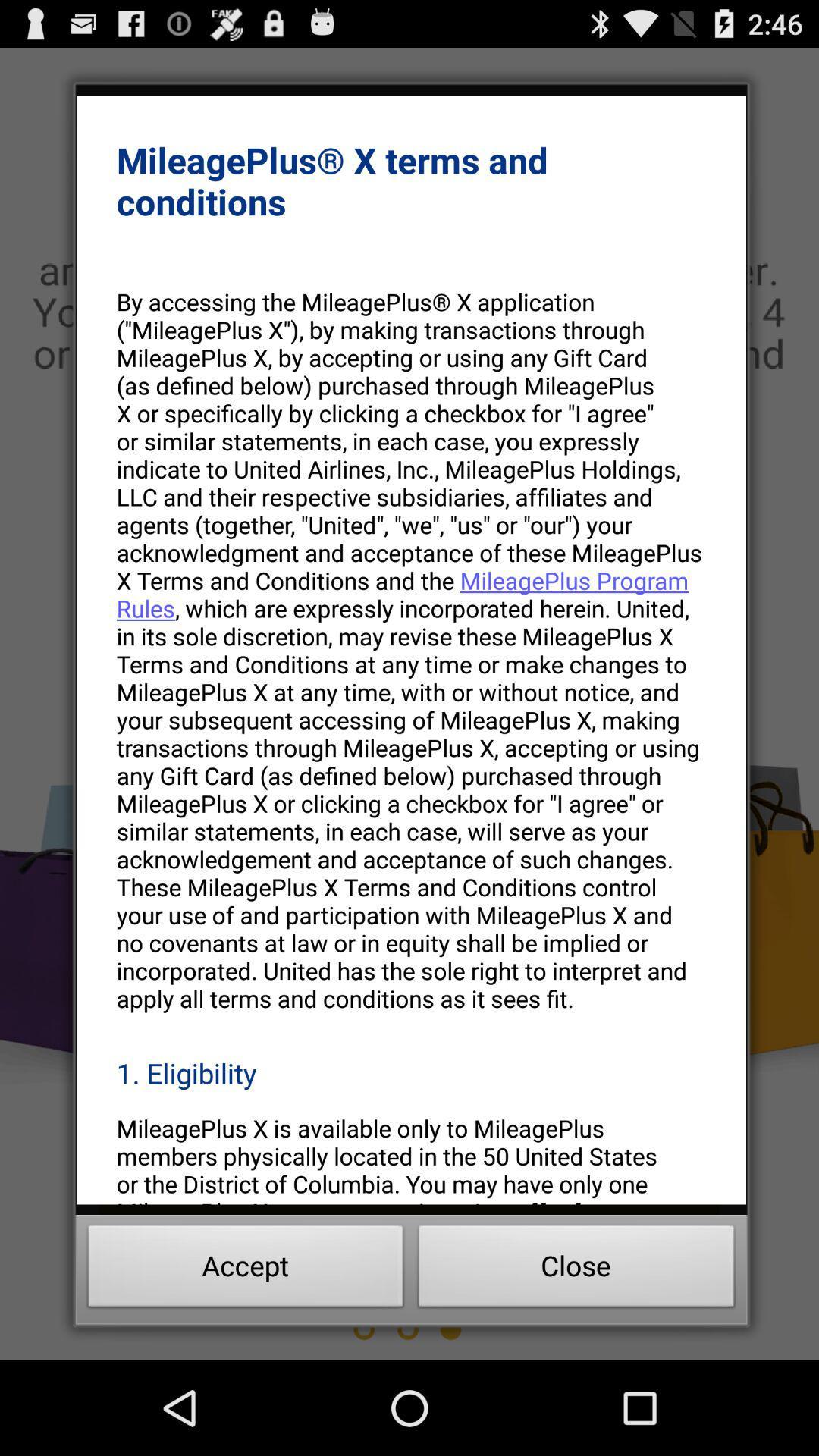 The width and height of the screenshot is (819, 1456). Describe the element at coordinates (576, 1270) in the screenshot. I see `the close icon` at that location.